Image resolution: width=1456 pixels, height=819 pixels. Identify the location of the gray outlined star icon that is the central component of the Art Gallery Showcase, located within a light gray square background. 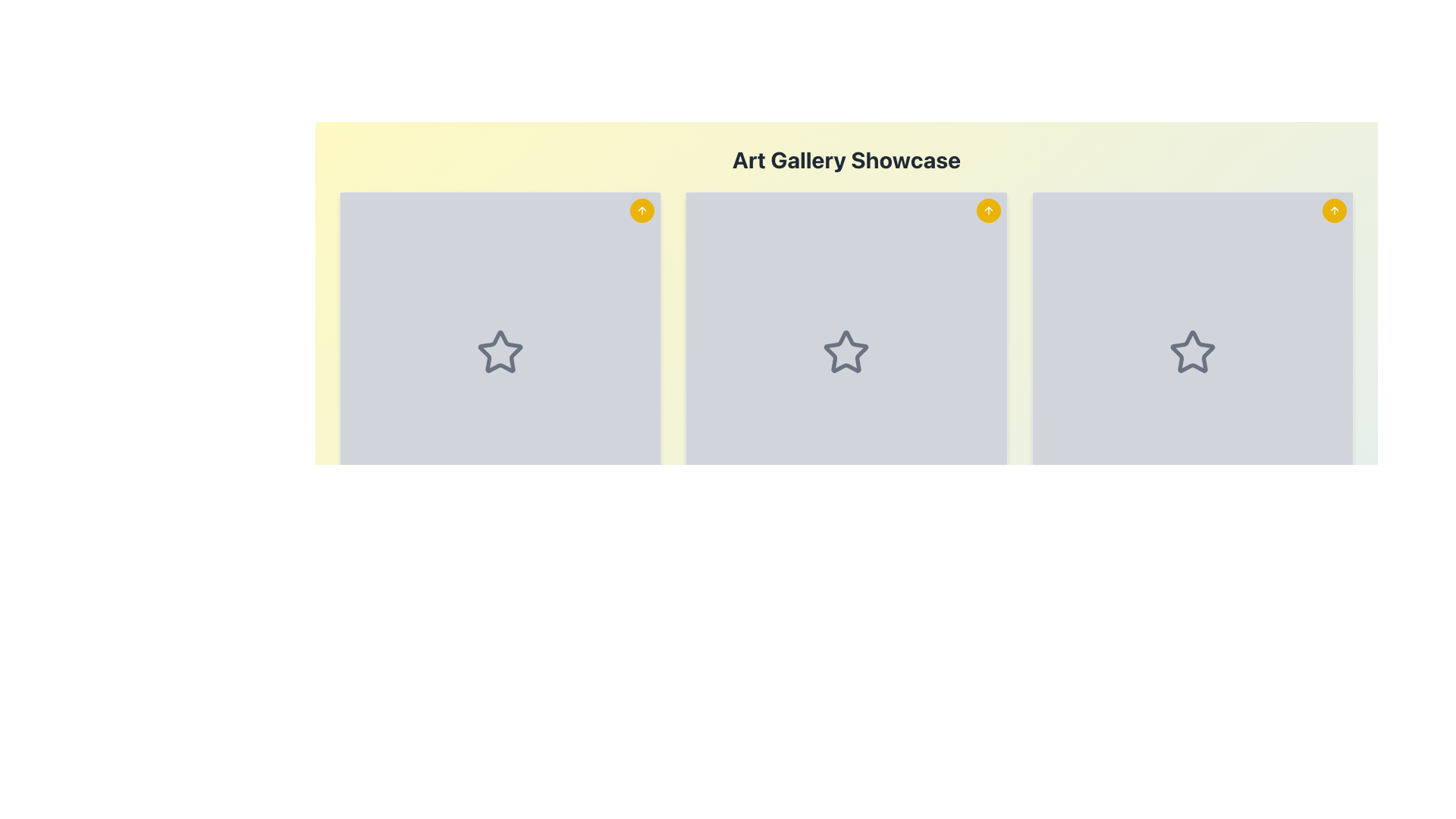
(846, 350).